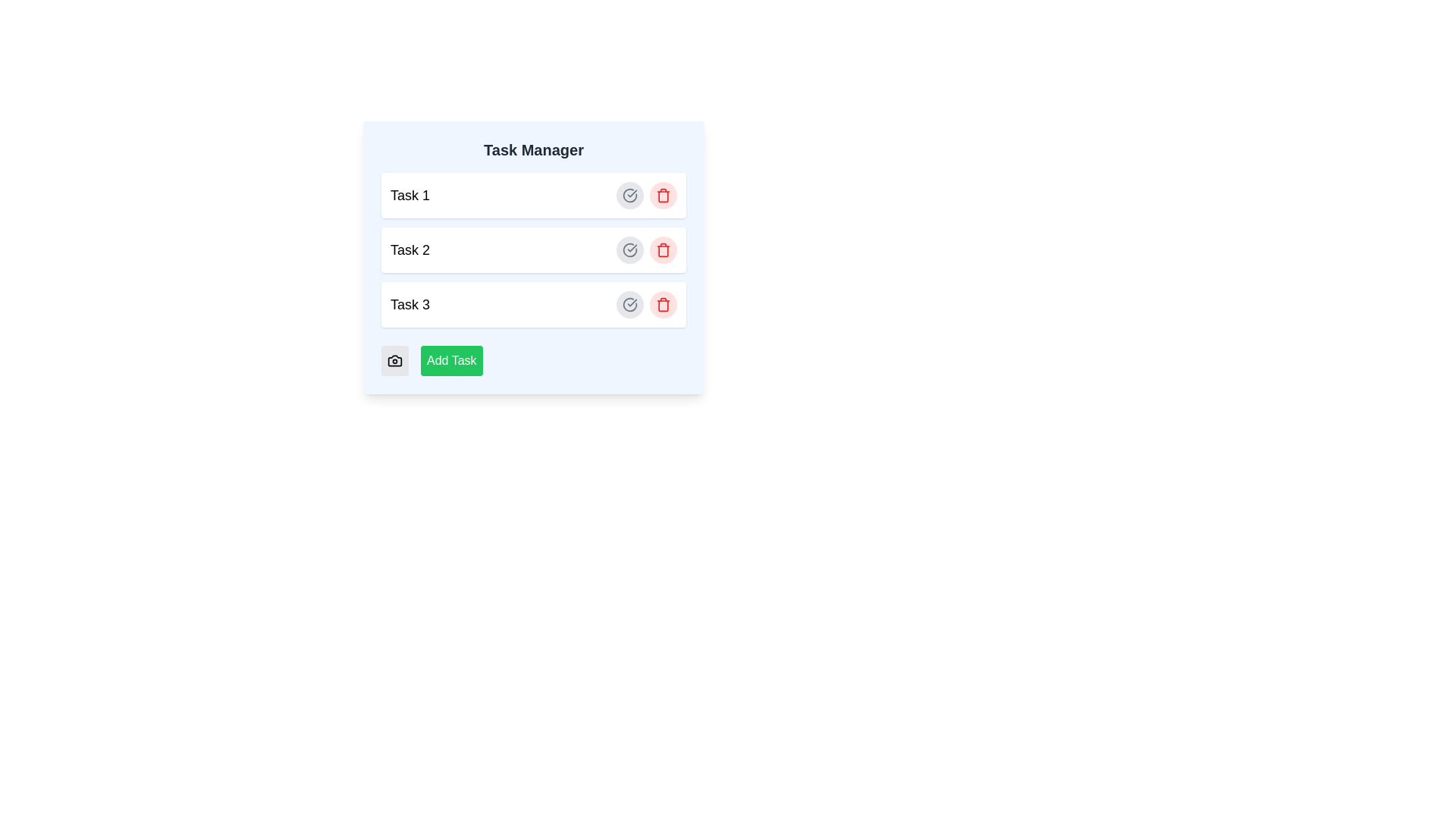 This screenshot has width=1456, height=819. Describe the element at coordinates (629, 195) in the screenshot. I see `the 'Mark as Complete' button located at the top-right corner of the row for 'Task 1'` at that location.